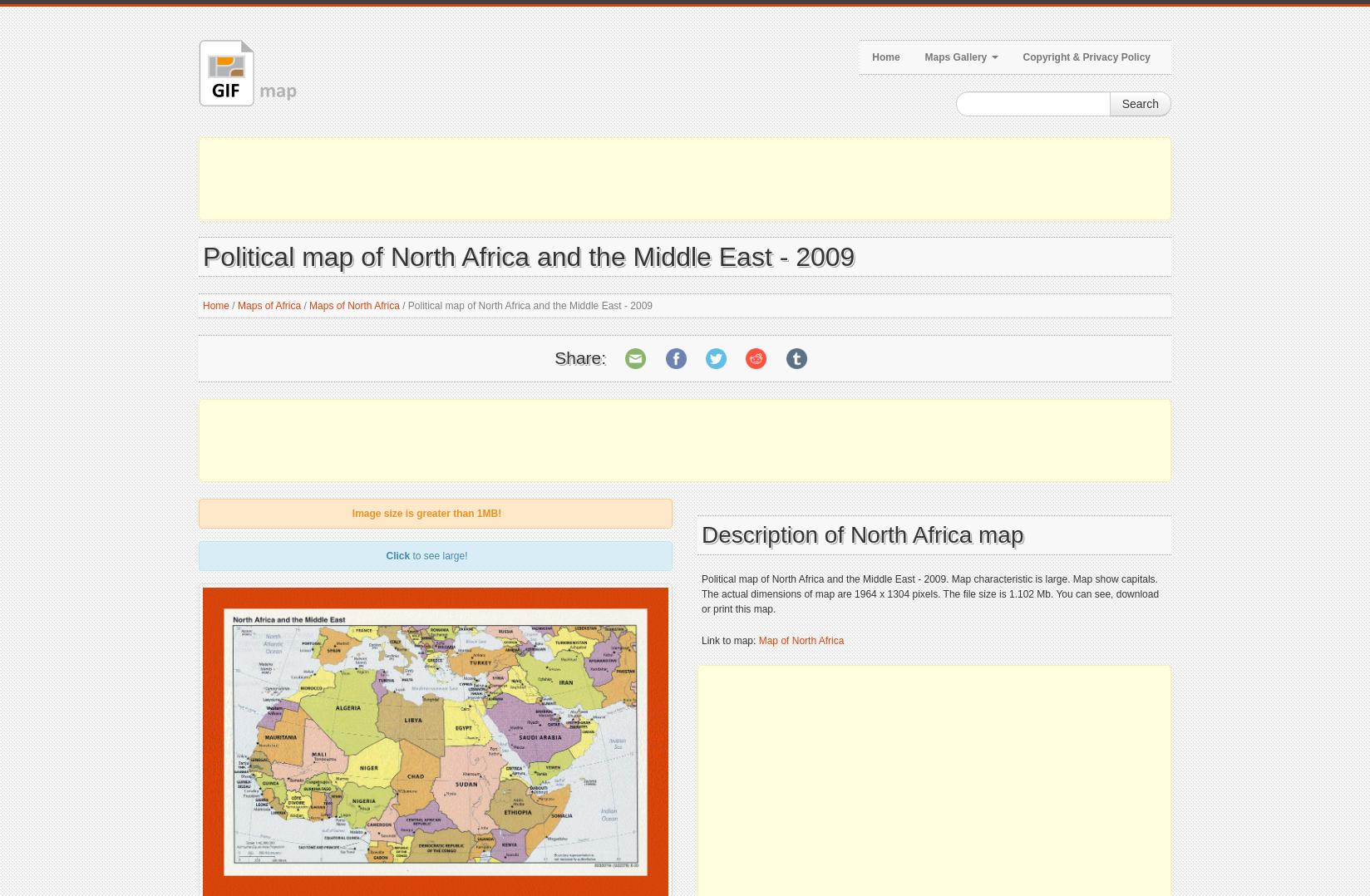 This screenshot has height=896, width=1370. Describe the element at coordinates (929, 593) in the screenshot. I see `'Political map of North Africa and the Middle East - 2009. Map characteristic is large. Map show capitals.
                        The actual dimensions of map are 1964 x 1304 pixels.
                        The file size is 1.102 Mb.
                        You can see, download or print this map.'` at that location.